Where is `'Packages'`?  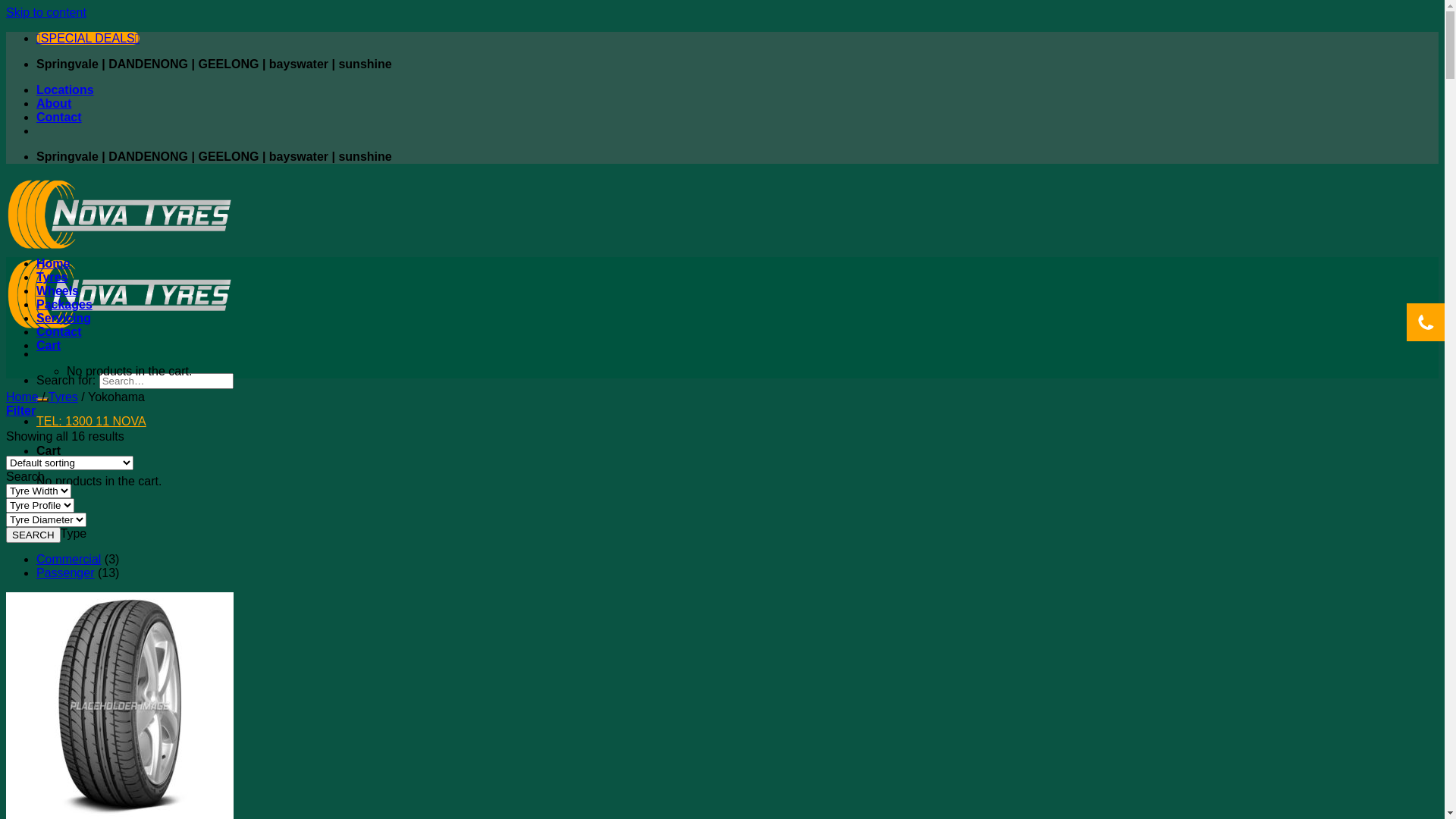
'Packages' is located at coordinates (64, 304).